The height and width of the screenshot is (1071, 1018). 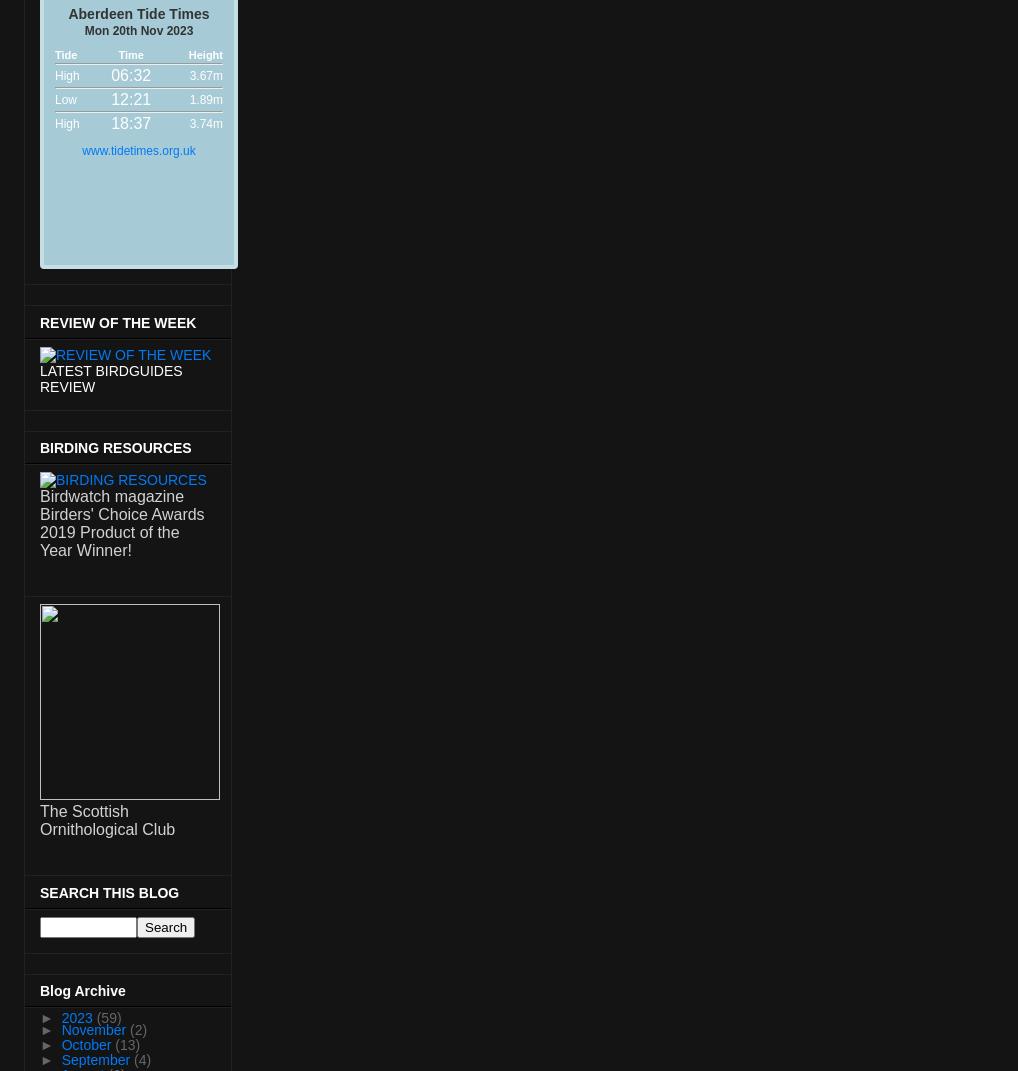 I want to click on 'BIRDING RESOURCES', so click(x=114, y=447).